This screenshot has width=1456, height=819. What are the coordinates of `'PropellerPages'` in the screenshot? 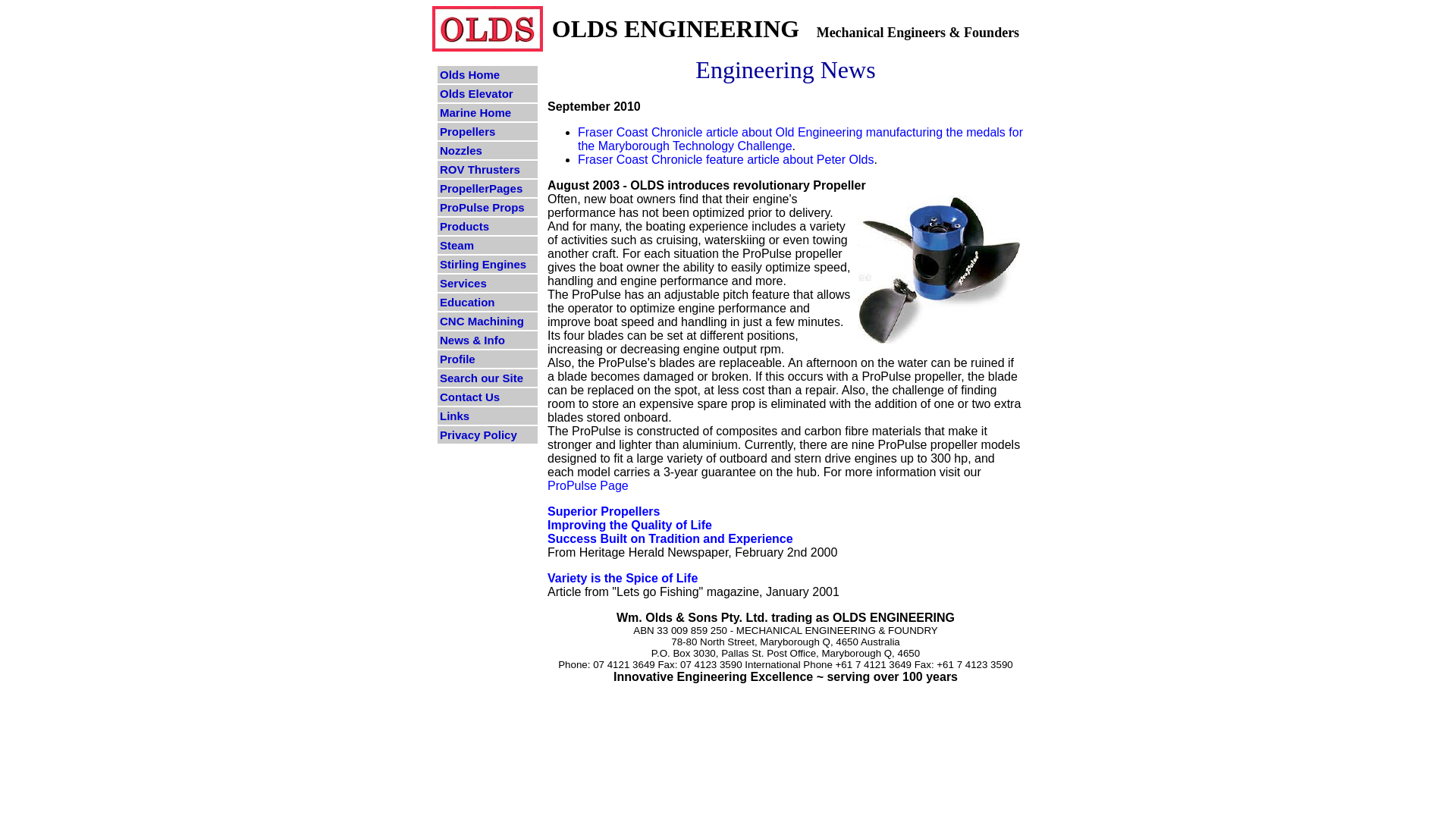 It's located at (488, 187).